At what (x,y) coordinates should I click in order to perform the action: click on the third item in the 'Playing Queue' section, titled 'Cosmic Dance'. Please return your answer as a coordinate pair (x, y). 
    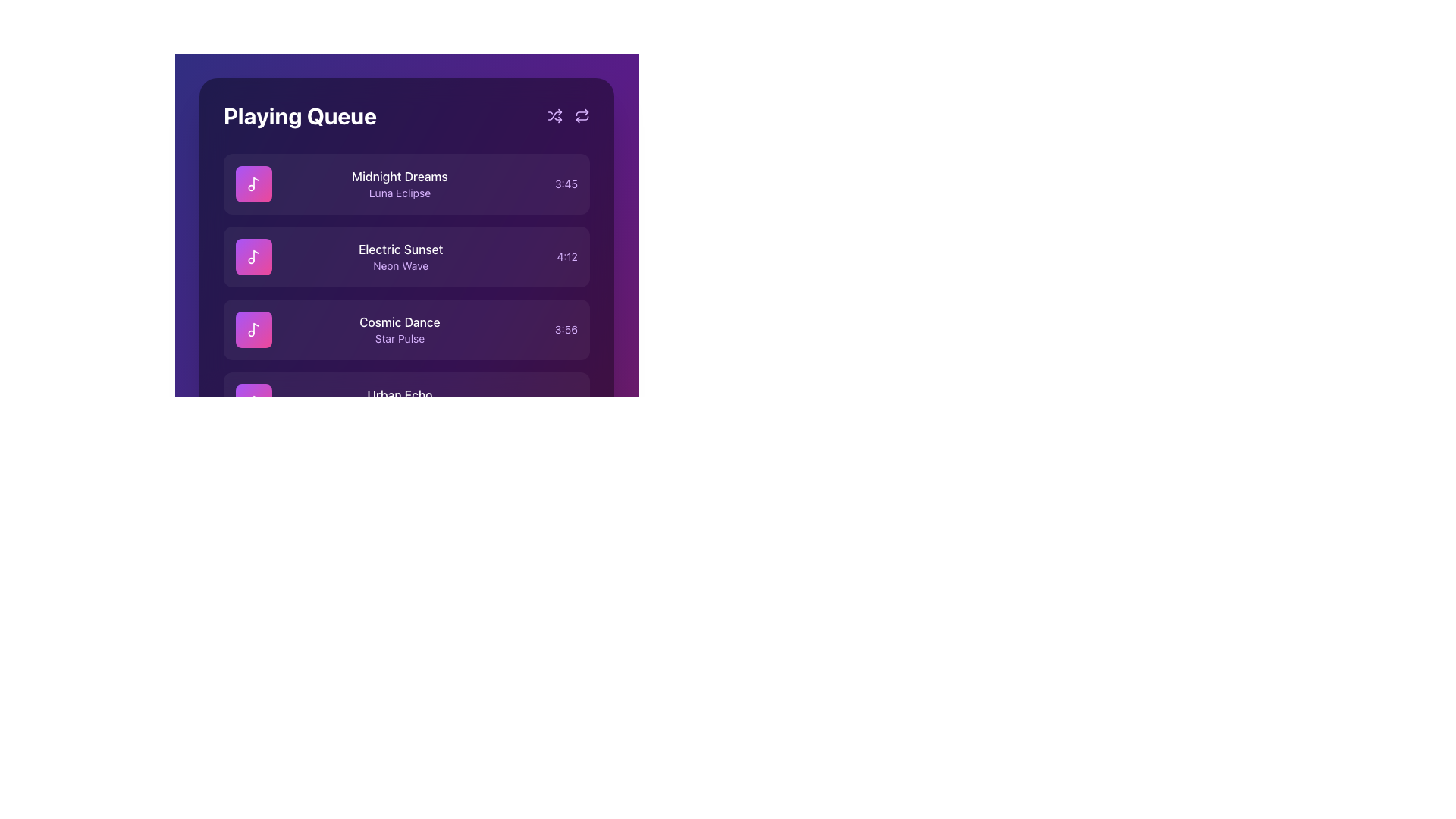
    Looking at the image, I should click on (406, 329).